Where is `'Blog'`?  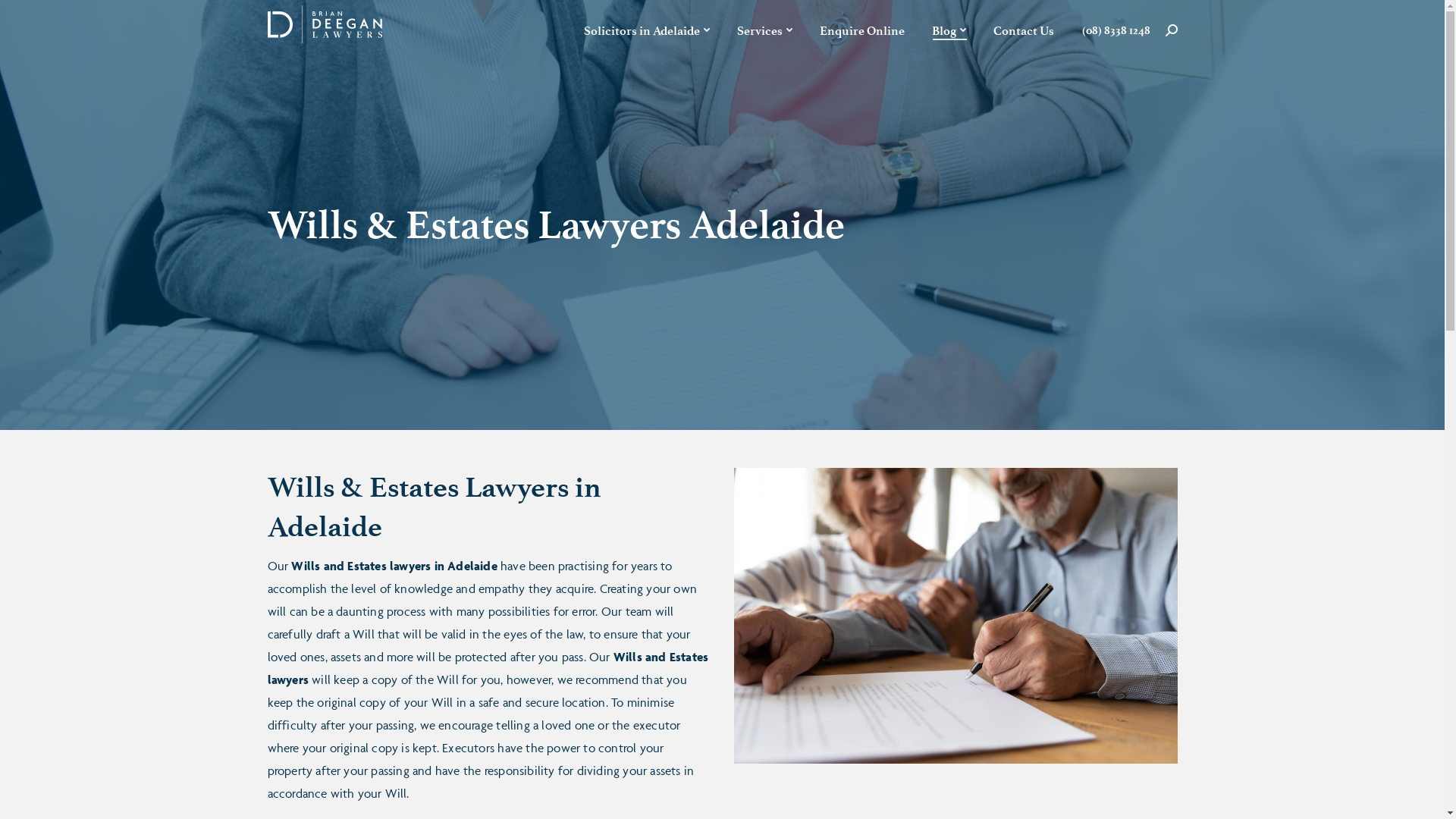 'Blog' is located at coordinates (927, 30).